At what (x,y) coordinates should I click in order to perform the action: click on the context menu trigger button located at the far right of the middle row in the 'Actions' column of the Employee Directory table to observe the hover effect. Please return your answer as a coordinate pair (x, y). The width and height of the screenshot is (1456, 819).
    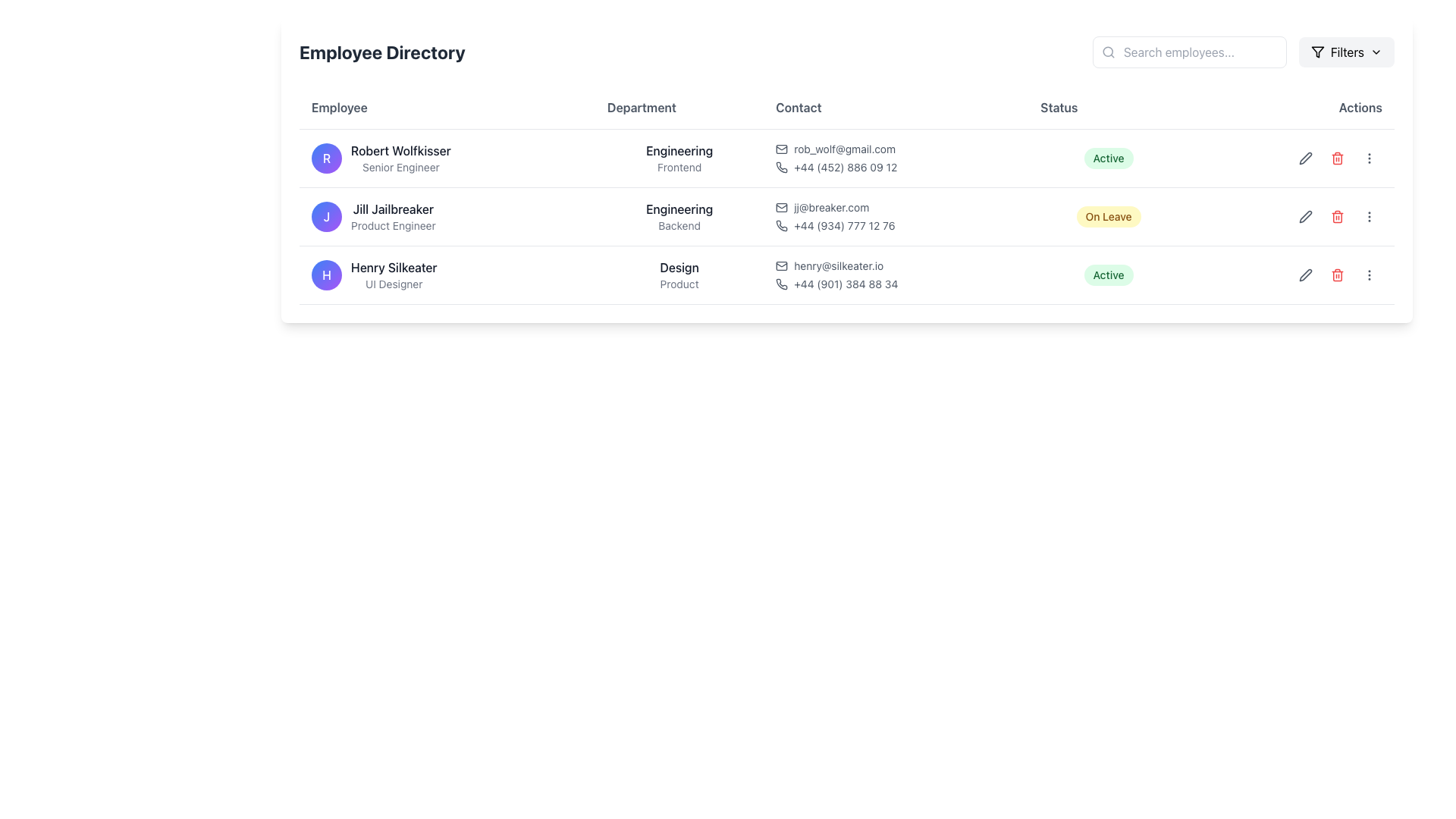
    Looking at the image, I should click on (1369, 216).